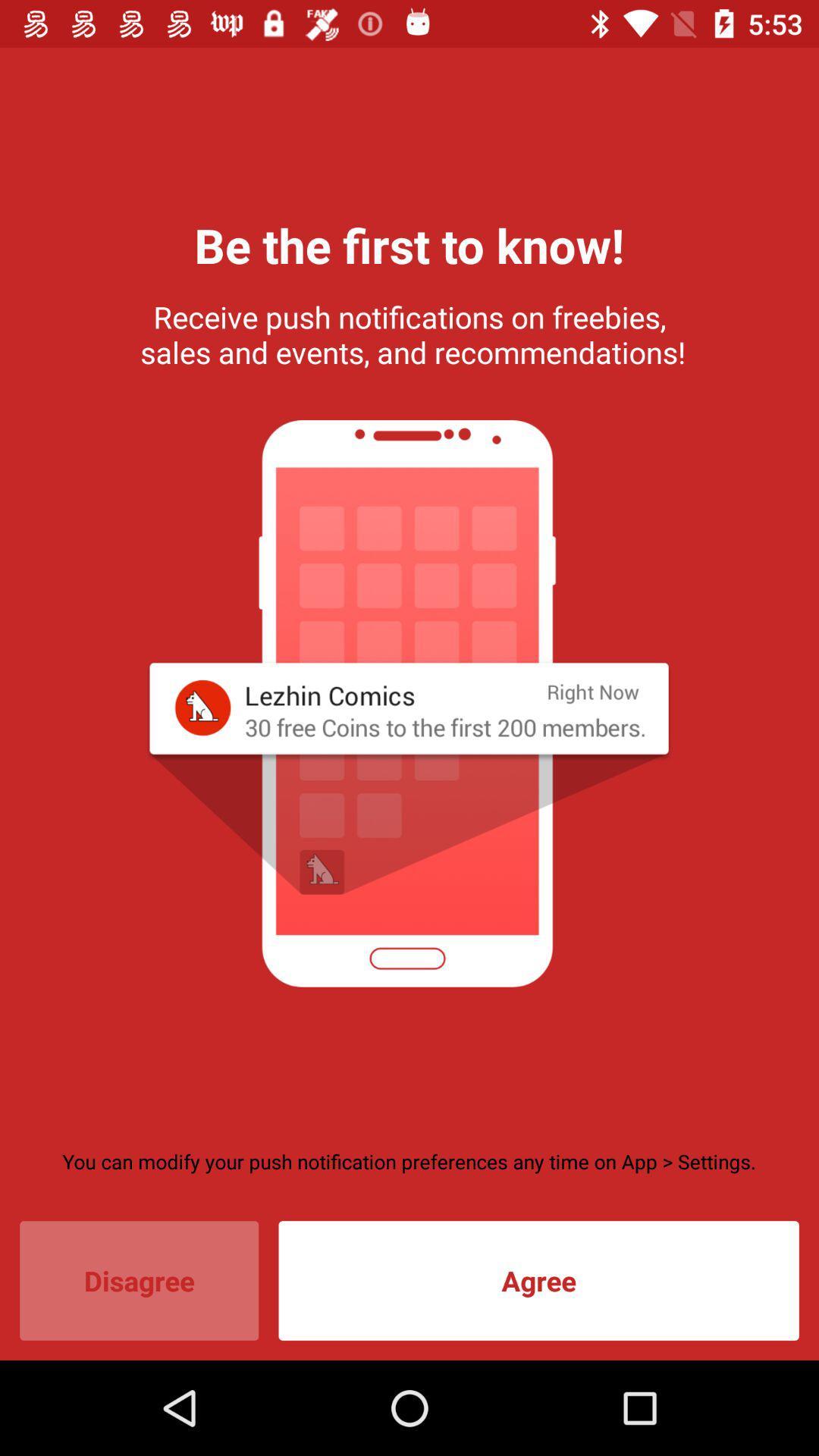 The height and width of the screenshot is (1456, 819). Describe the element at coordinates (139, 1280) in the screenshot. I see `icon at the bottom left corner` at that location.